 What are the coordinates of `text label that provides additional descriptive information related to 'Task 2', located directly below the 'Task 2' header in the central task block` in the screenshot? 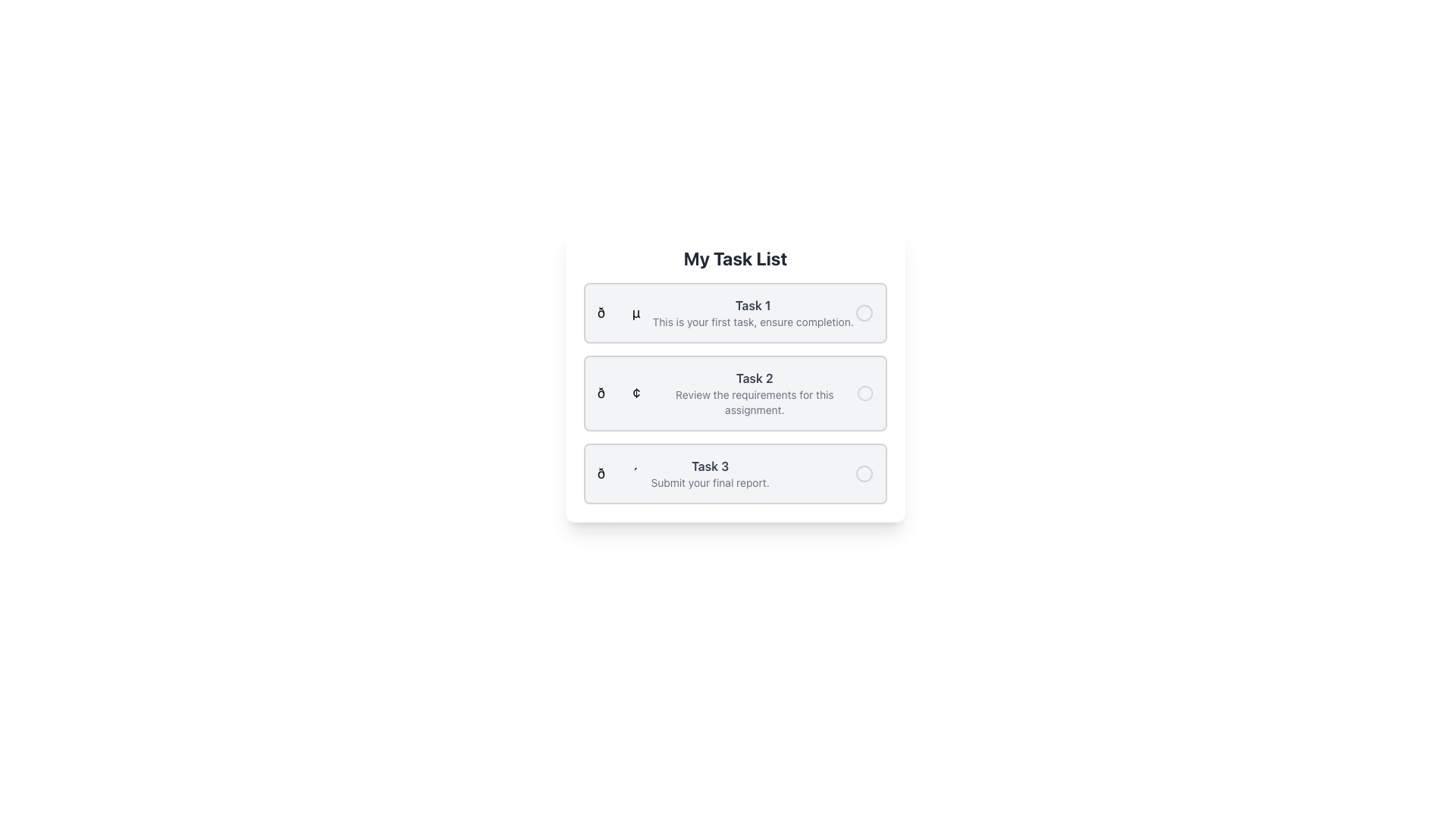 It's located at (755, 402).